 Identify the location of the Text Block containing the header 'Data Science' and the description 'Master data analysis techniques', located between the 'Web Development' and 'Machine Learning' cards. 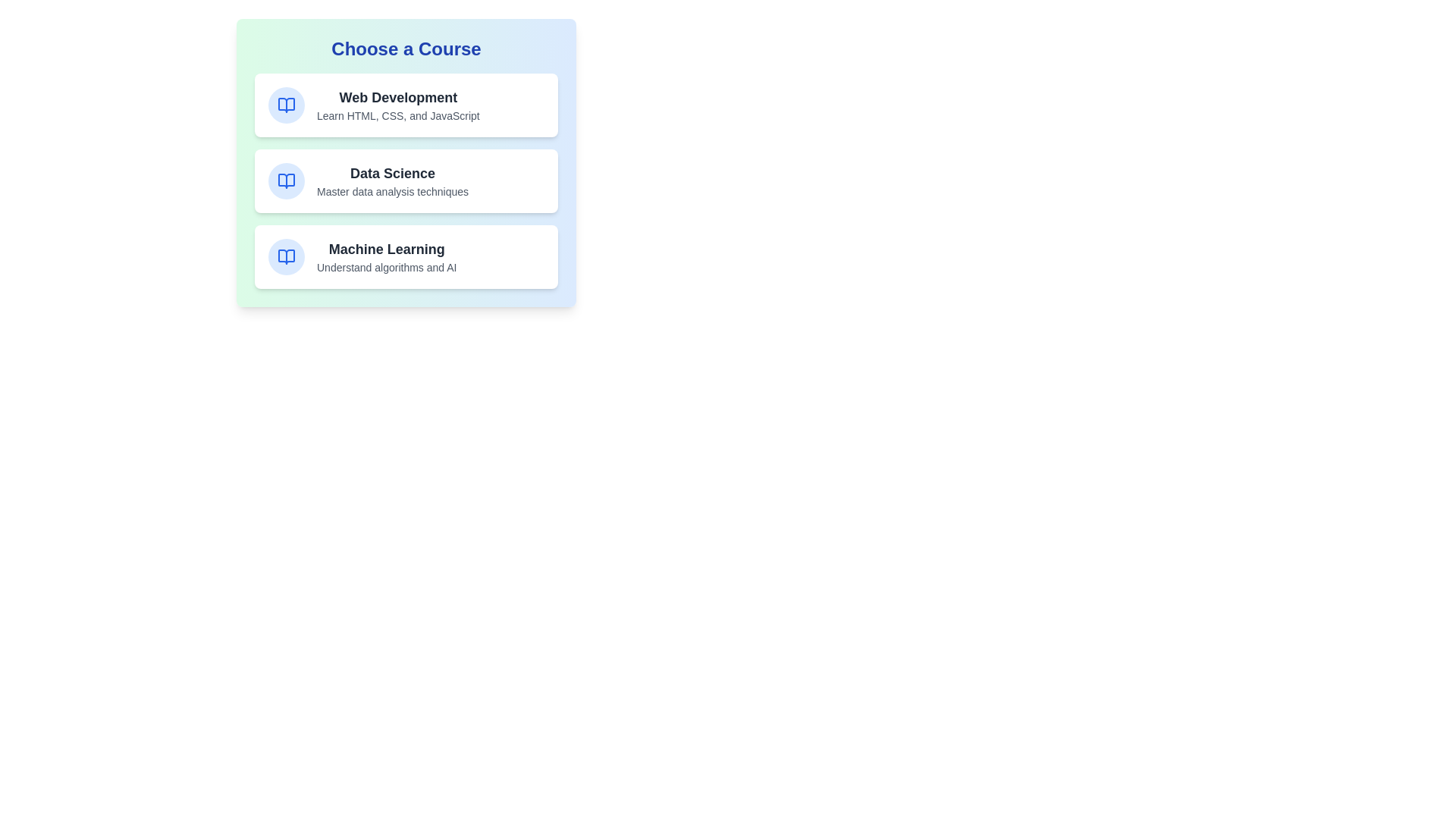
(393, 180).